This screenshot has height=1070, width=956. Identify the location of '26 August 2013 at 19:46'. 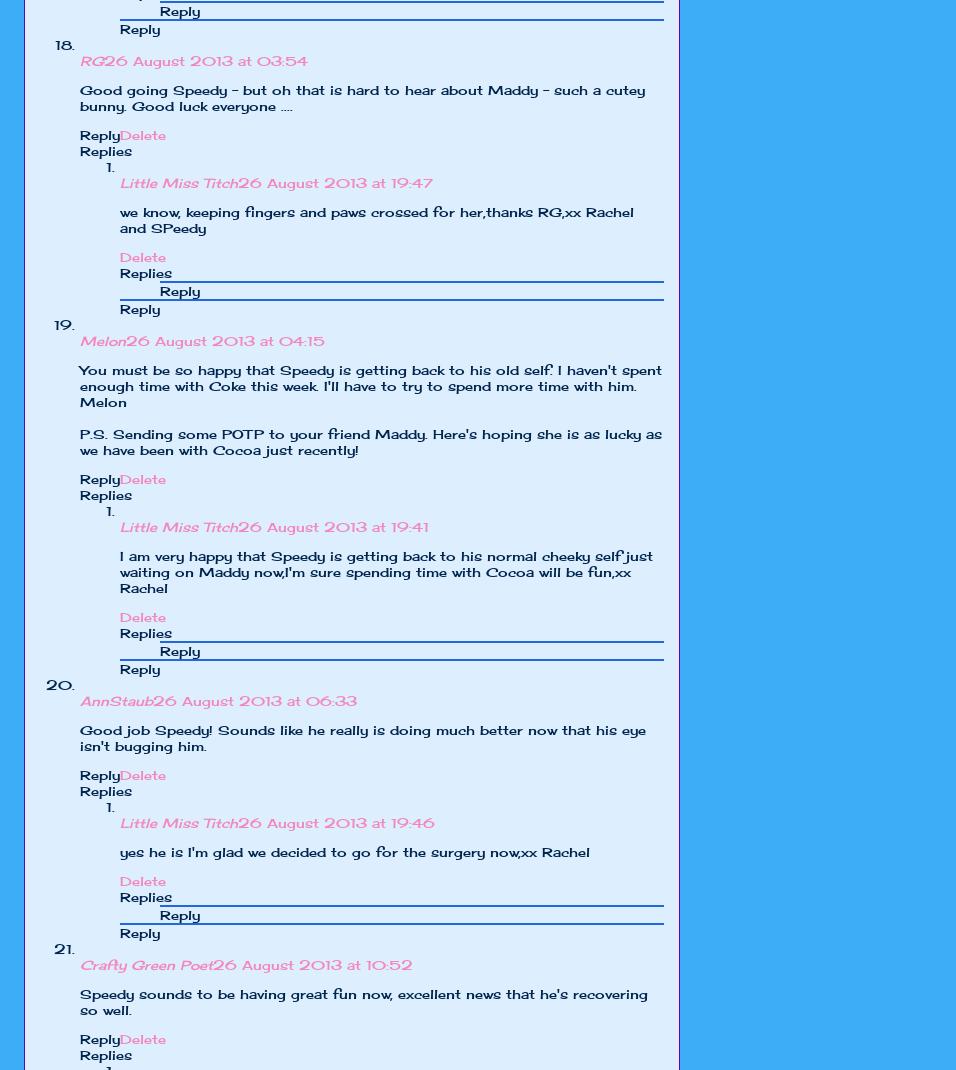
(335, 823).